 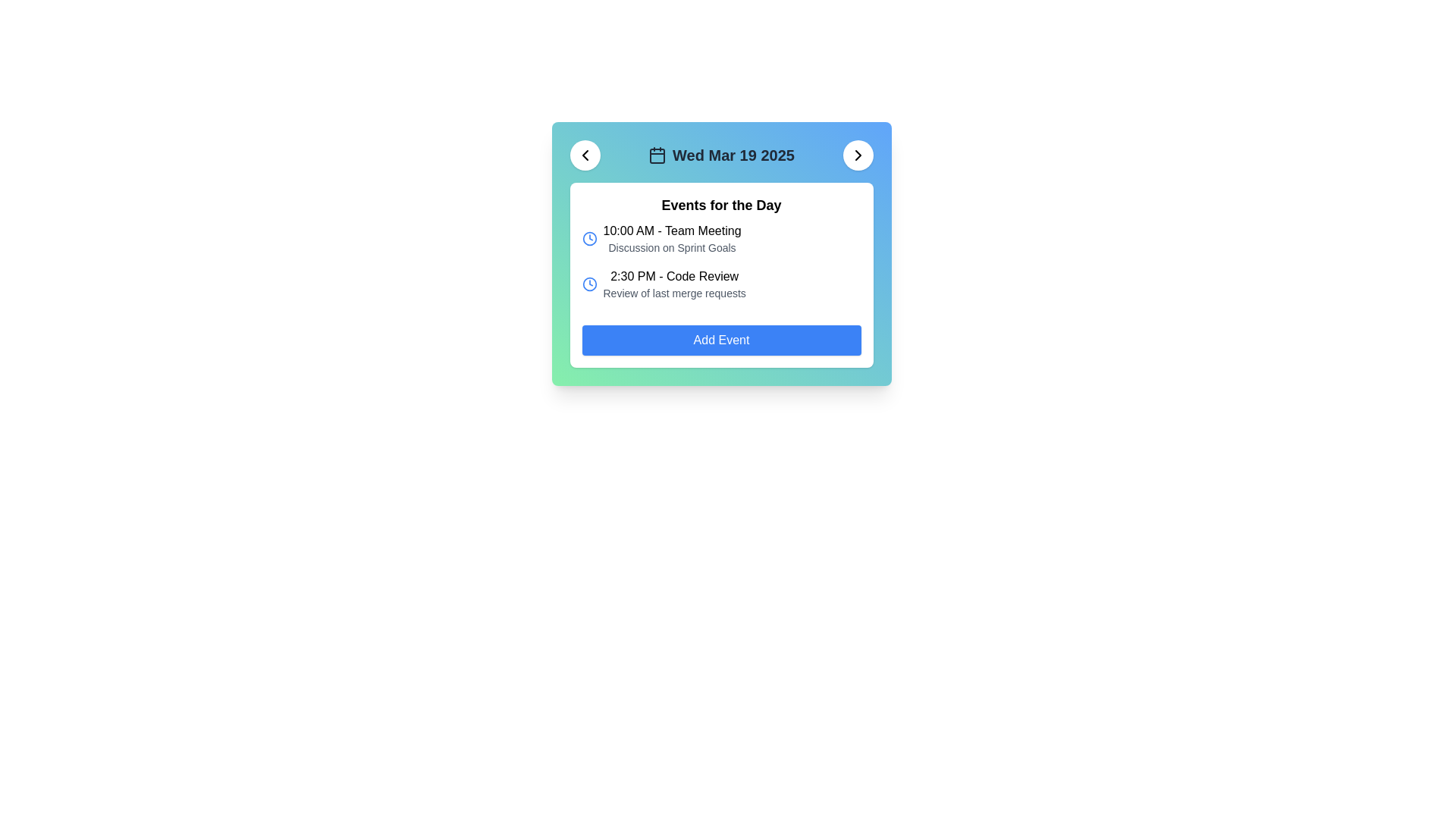 I want to click on the text label displaying '10:00 AM - Team Meeting', which is the first item in the 'Events for the Day' section of the calendar interface, so click(x=671, y=231).